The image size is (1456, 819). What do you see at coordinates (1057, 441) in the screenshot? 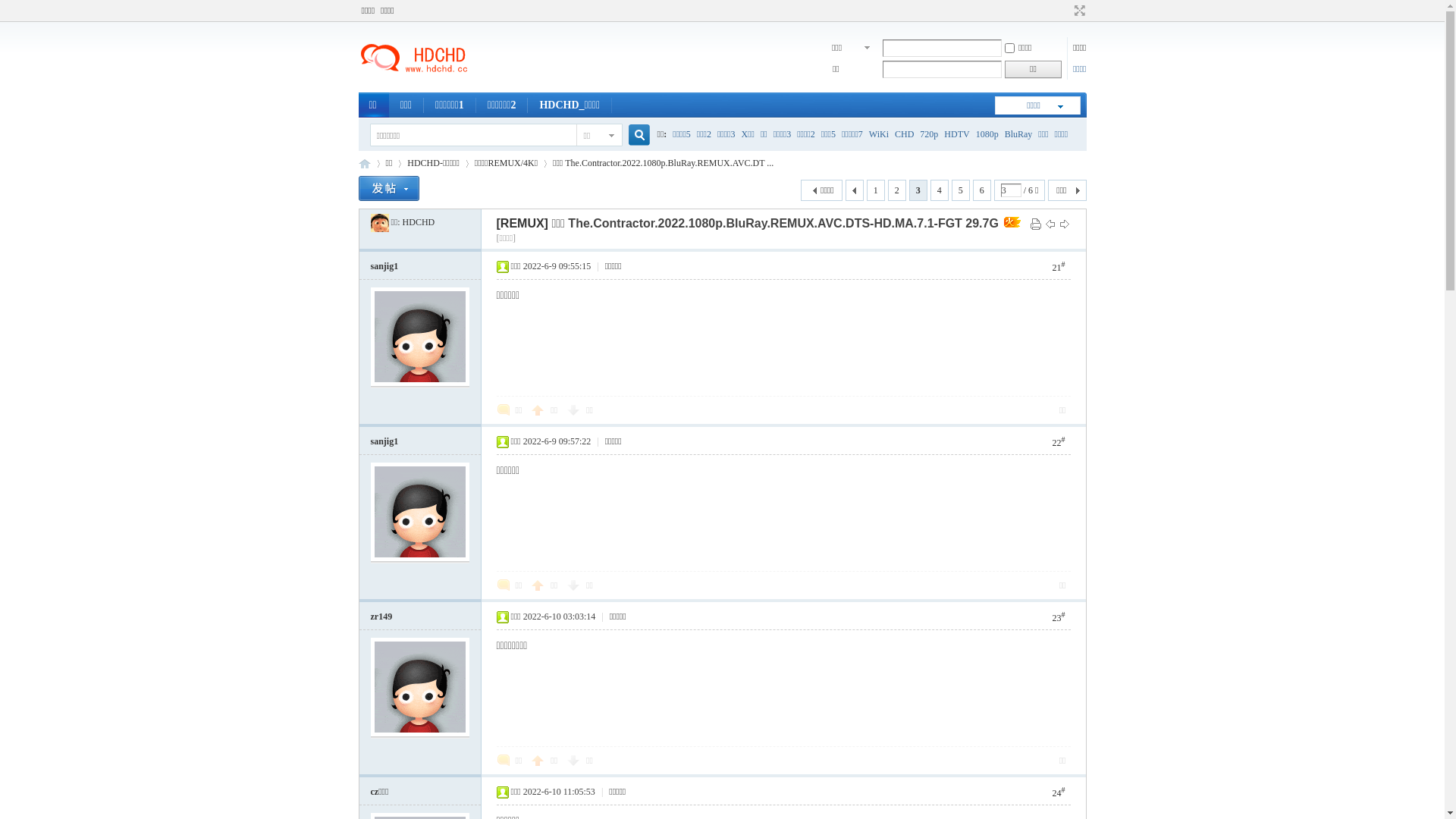
I see `'22#'` at bounding box center [1057, 441].